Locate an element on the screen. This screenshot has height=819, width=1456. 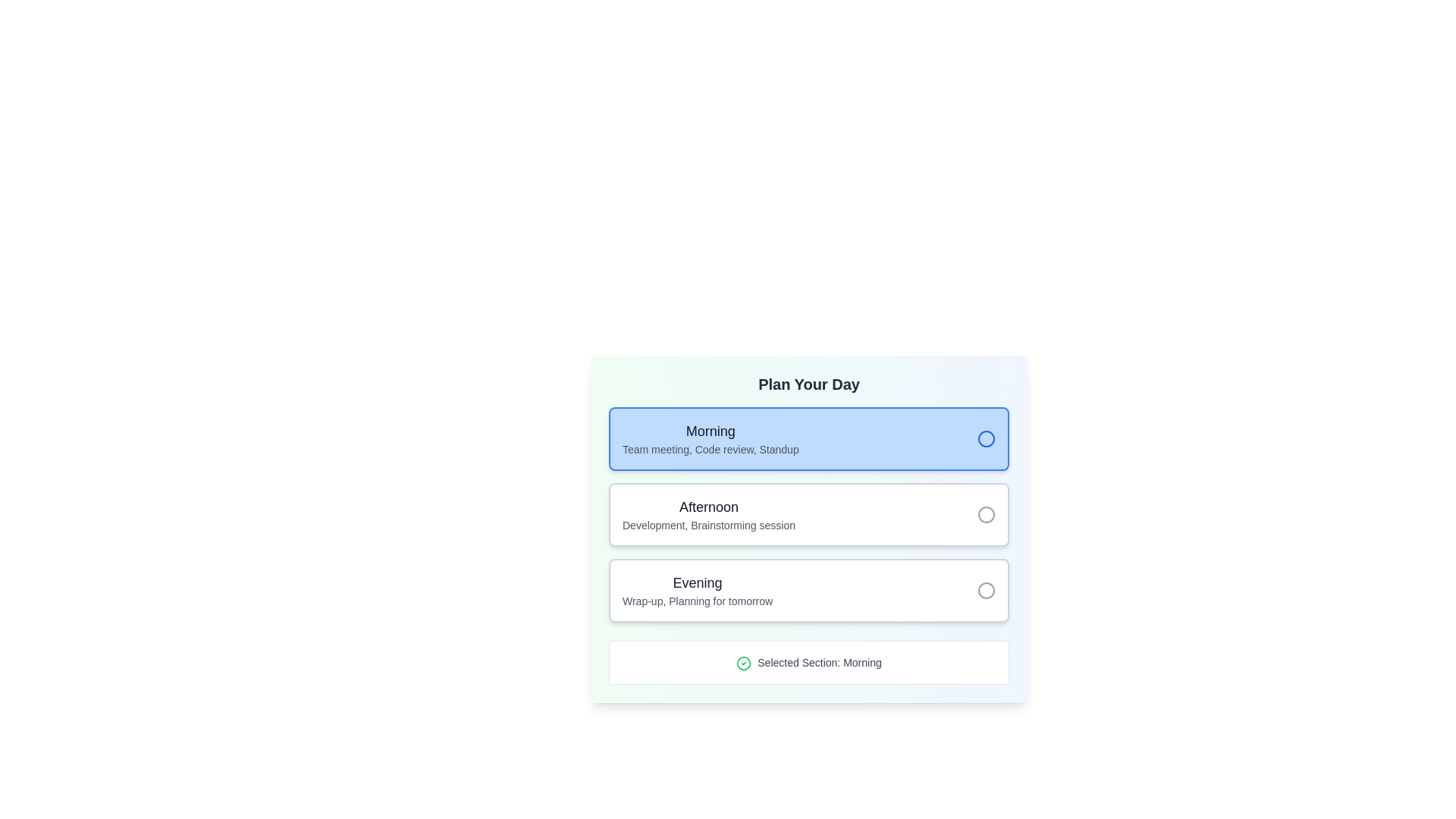
the descriptive summary text located below the 'Morning' header within the blue-highlighted 'Plan Your Day' interface is located at coordinates (710, 449).